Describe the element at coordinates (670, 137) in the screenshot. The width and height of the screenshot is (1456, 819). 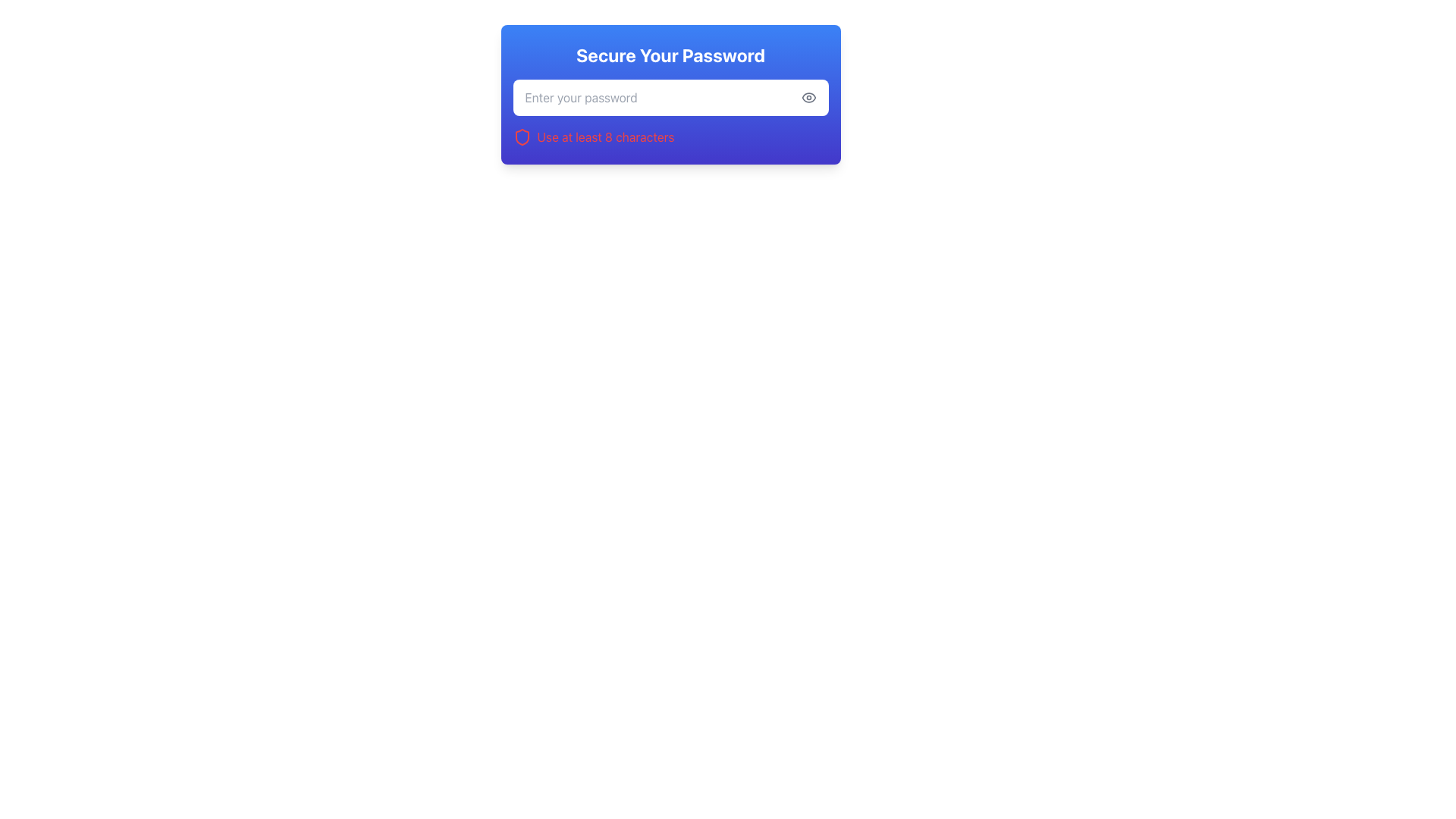
I see `the Text Label with an Icon that provides guidelines for password format, located below the 'Secure Your Password' heading and aligned leftmost within the card` at that location.